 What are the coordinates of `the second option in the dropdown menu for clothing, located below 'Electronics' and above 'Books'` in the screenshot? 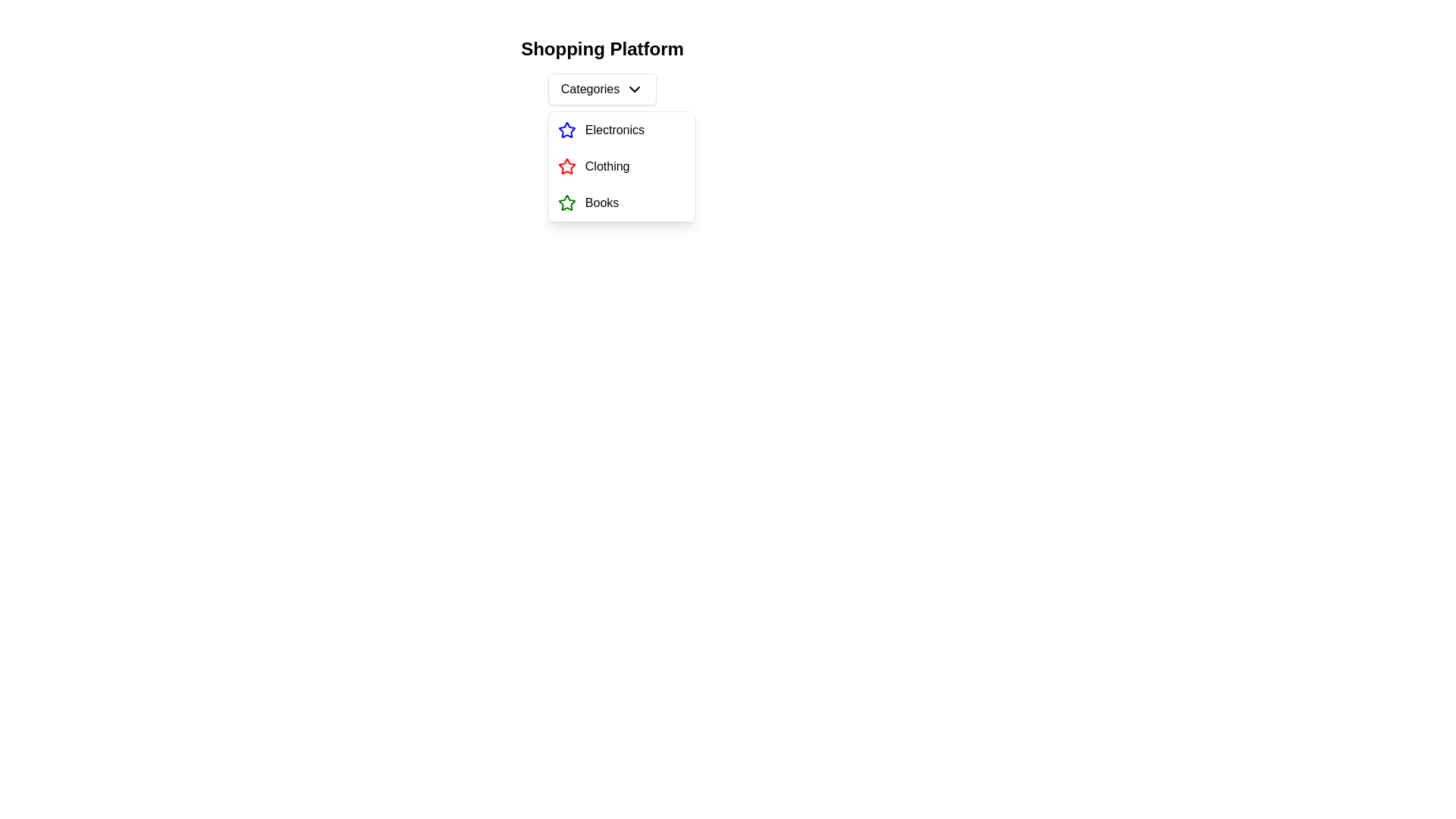 It's located at (621, 166).